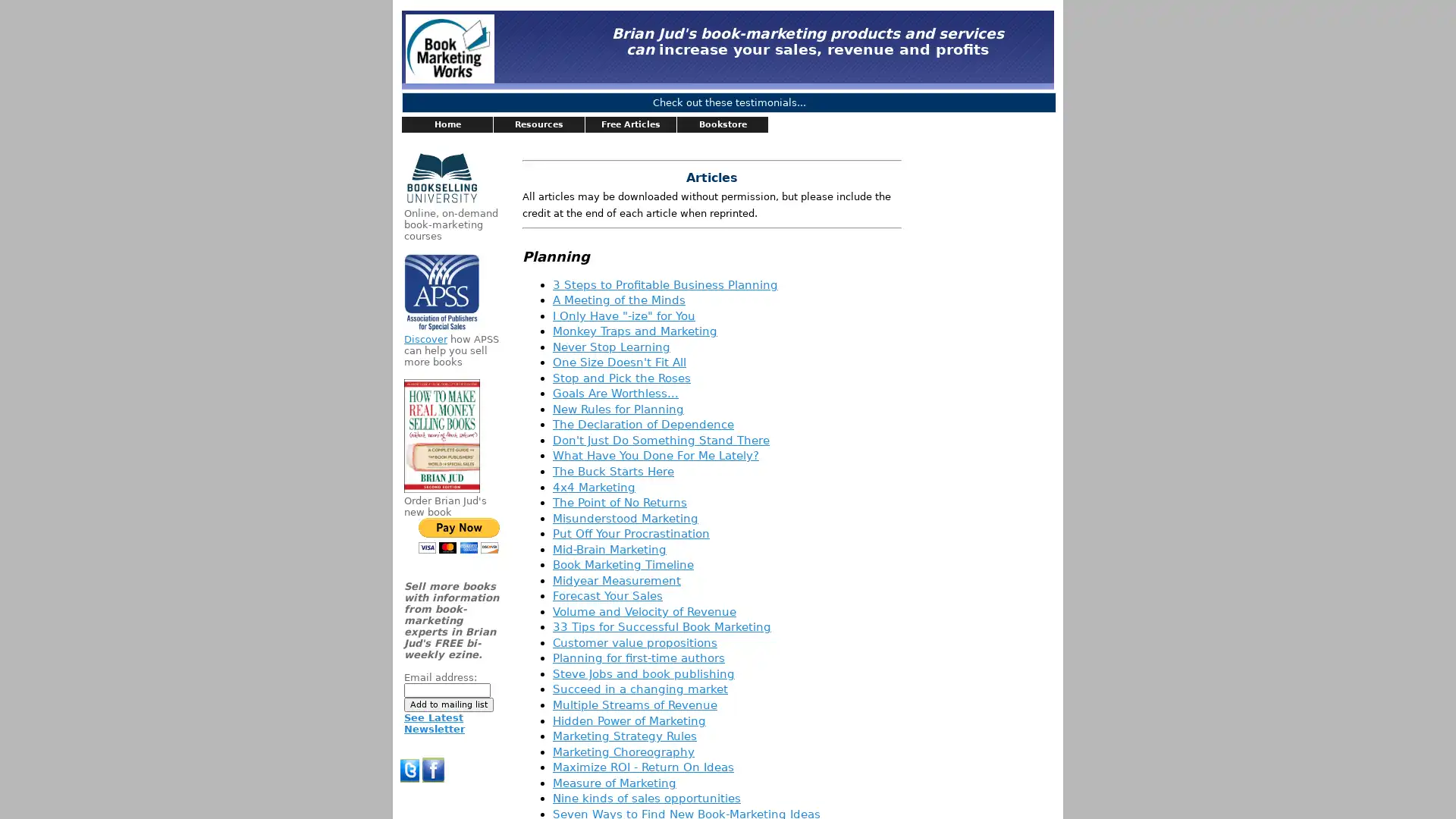 The width and height of the screenshot is (1456, 819). Describe the element at coordinates (457, 547) in the screenshot. I see `PayPal - The safer, easier way to pay online!` at that location.